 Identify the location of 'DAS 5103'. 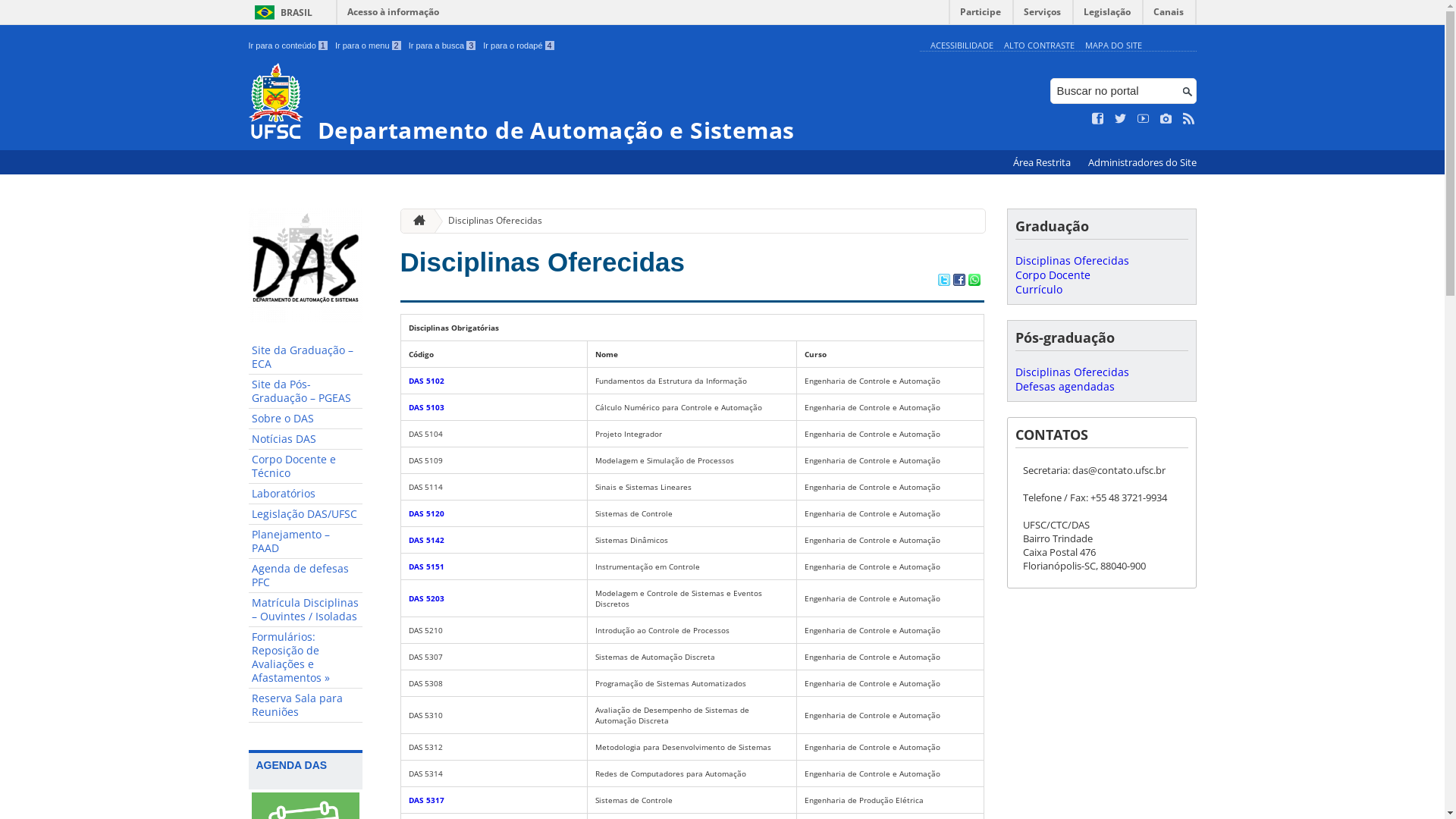
(425, 406).